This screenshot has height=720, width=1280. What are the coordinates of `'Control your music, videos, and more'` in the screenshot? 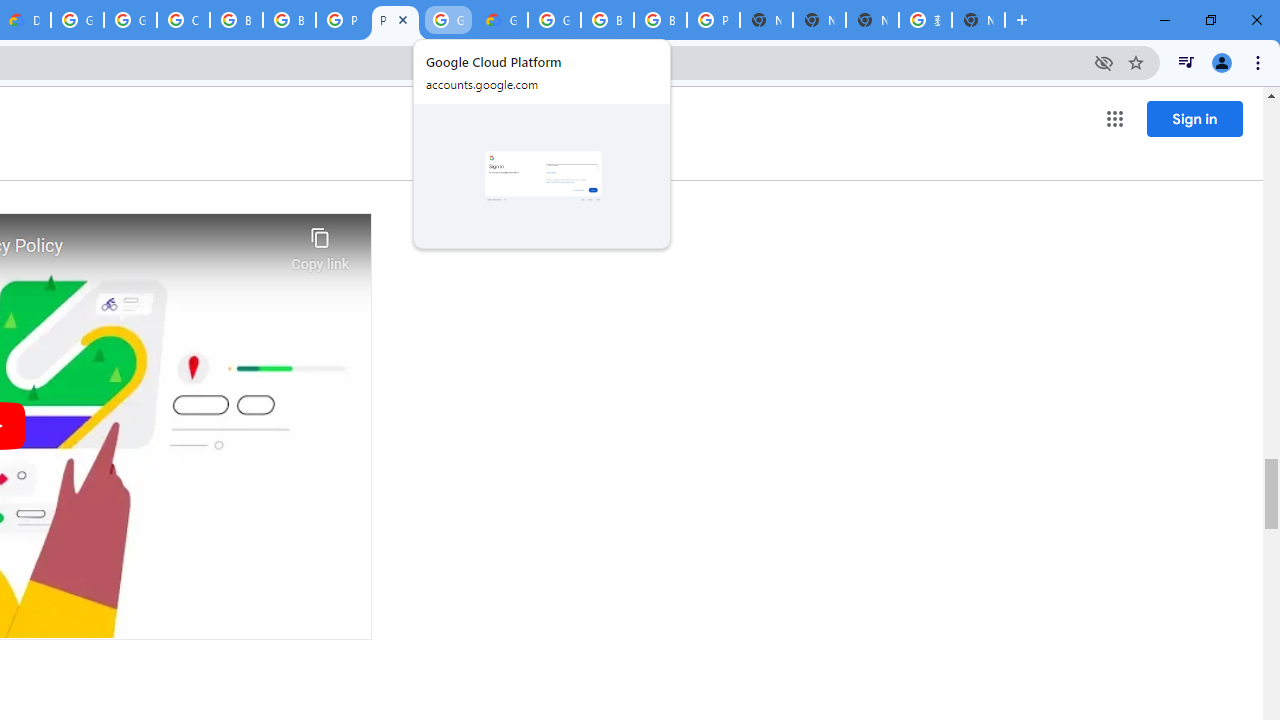 It's located at (1185, 61).